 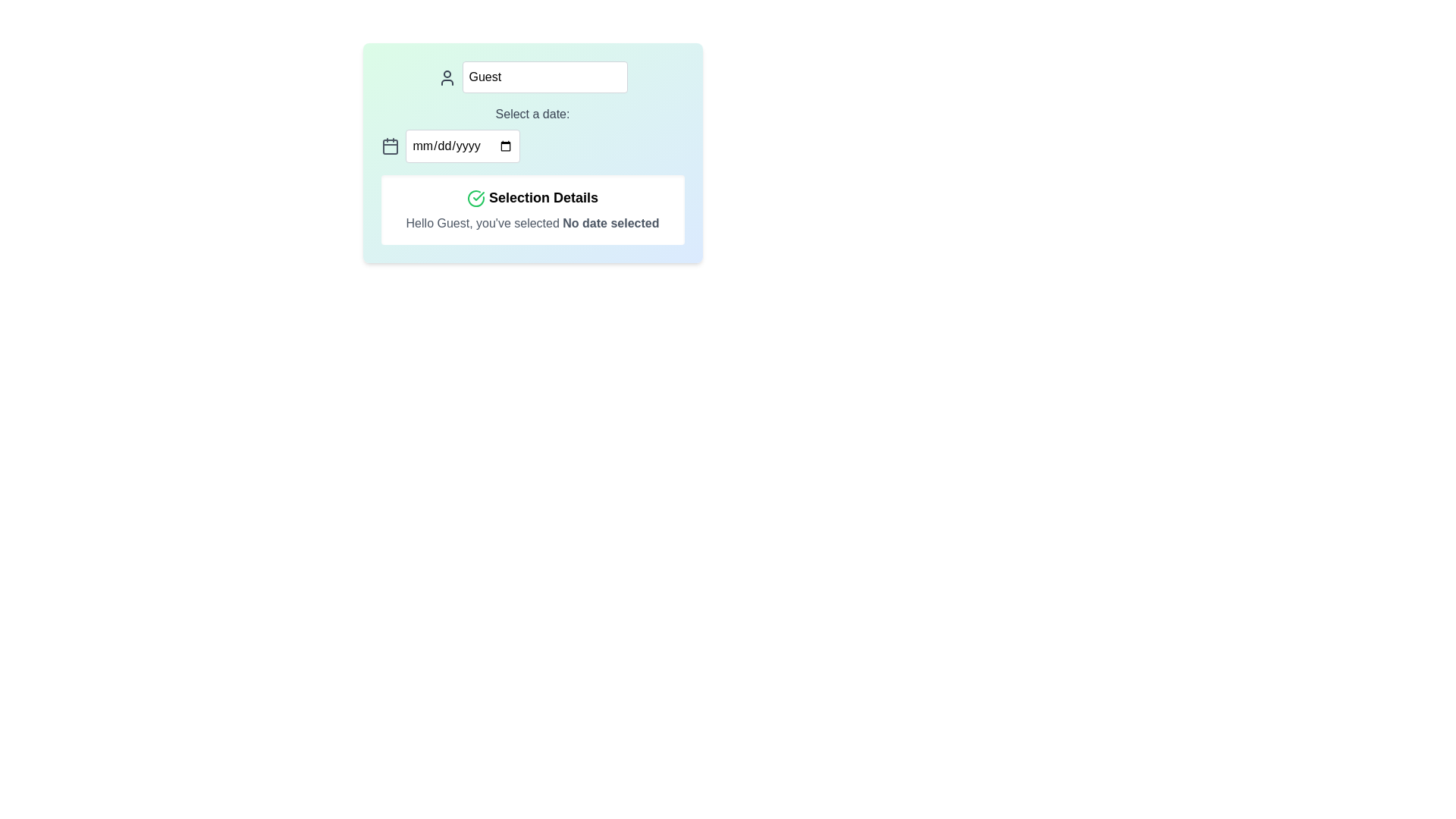 What do you see at coordinates (532, 133) in the screenshot?
I see `a date using the calendar icon in the date picker input field labeled 'Select a date:' positioned above the 'Selection Details' section` at bounding box center [532, 133].